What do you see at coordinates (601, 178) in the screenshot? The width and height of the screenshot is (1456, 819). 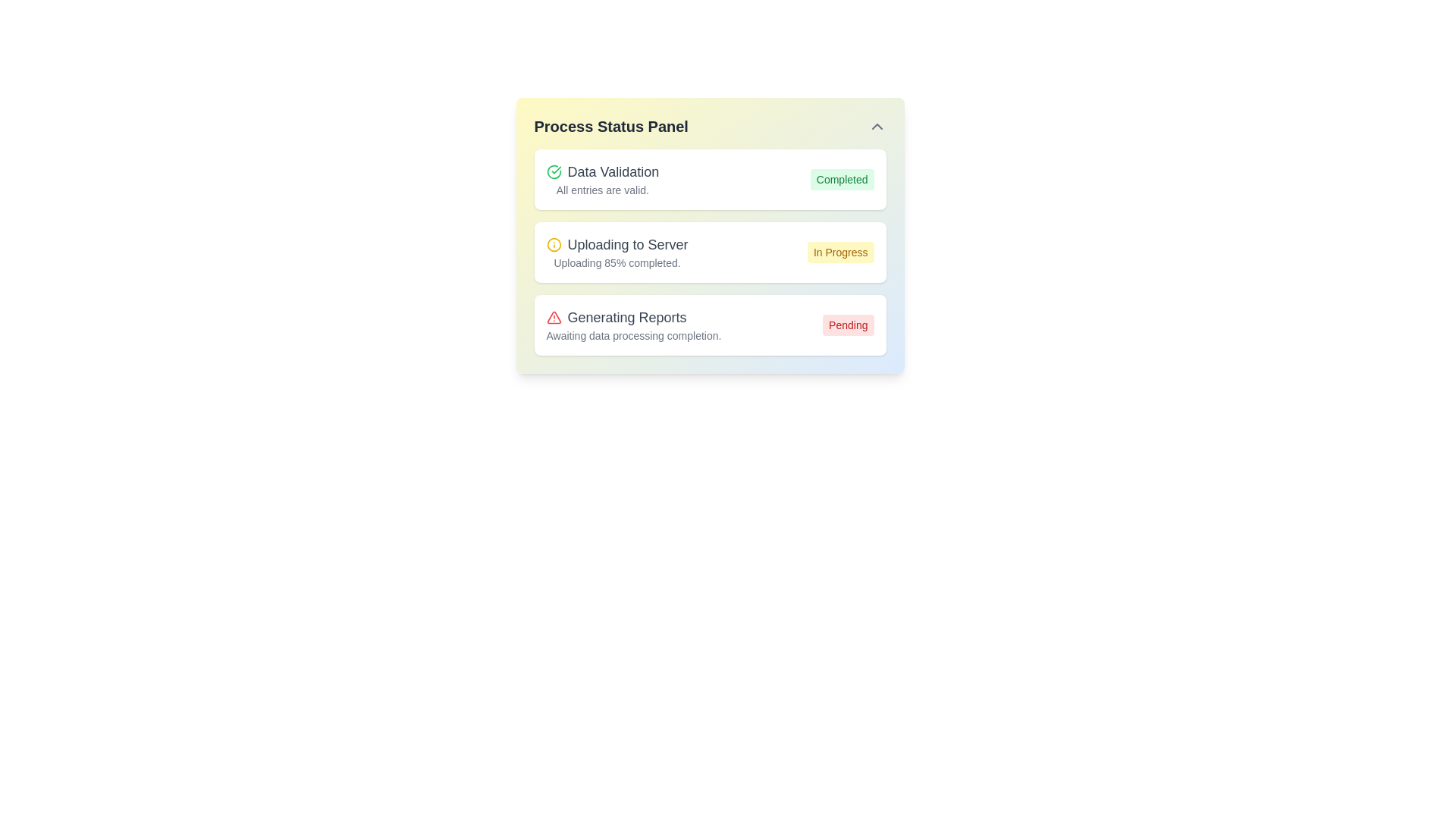 I see `the static information display indicating the current status of the 'Data Validation' process, which shows a green 'Completed' label` at bounding box center [601, 178].